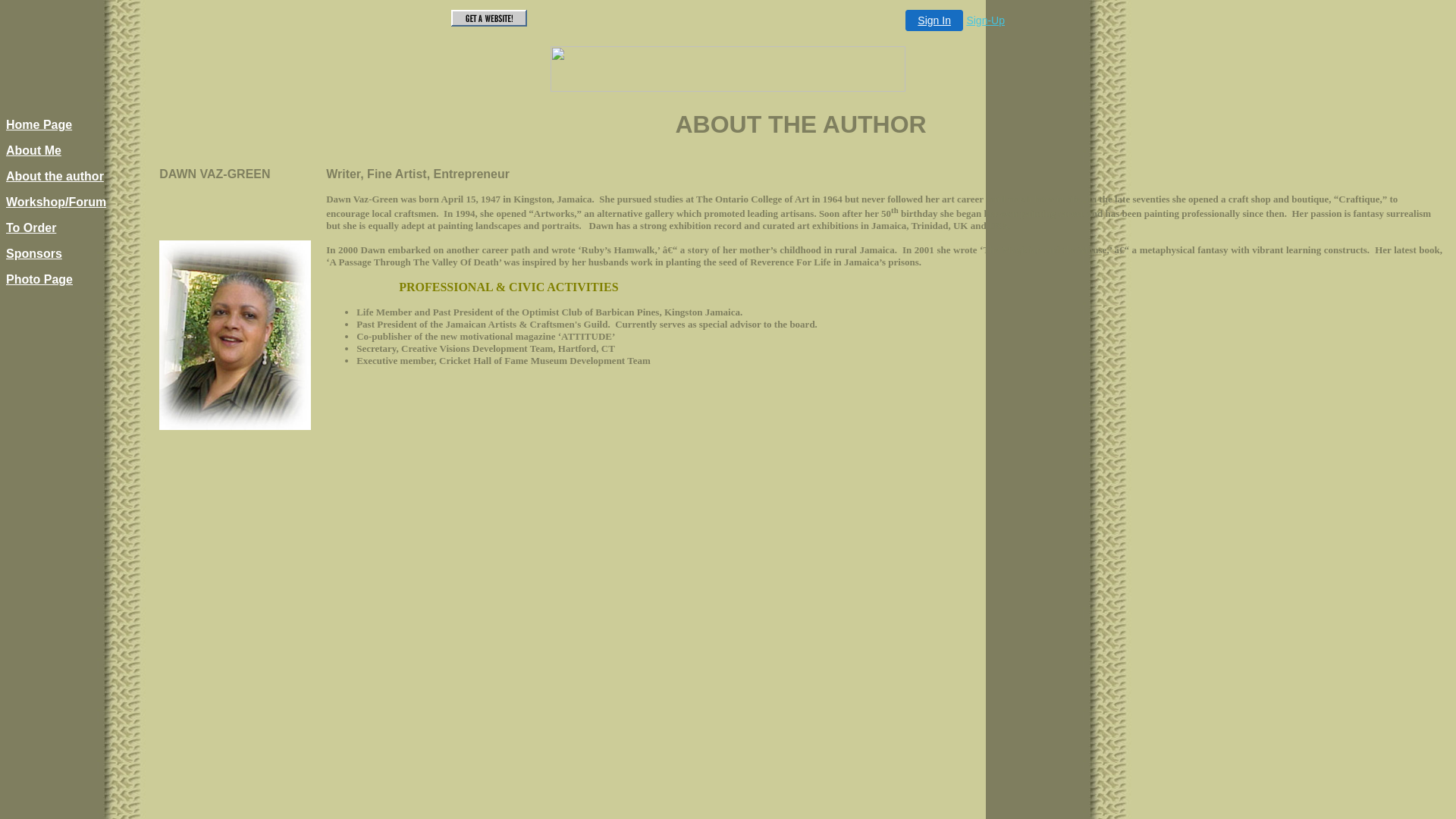 This screenshot has width=1456, height=819. What do you see at coordinates (55, 201) in the screenshot?
I see `'Workshop/Forum'` at bounding box center [55, 201].